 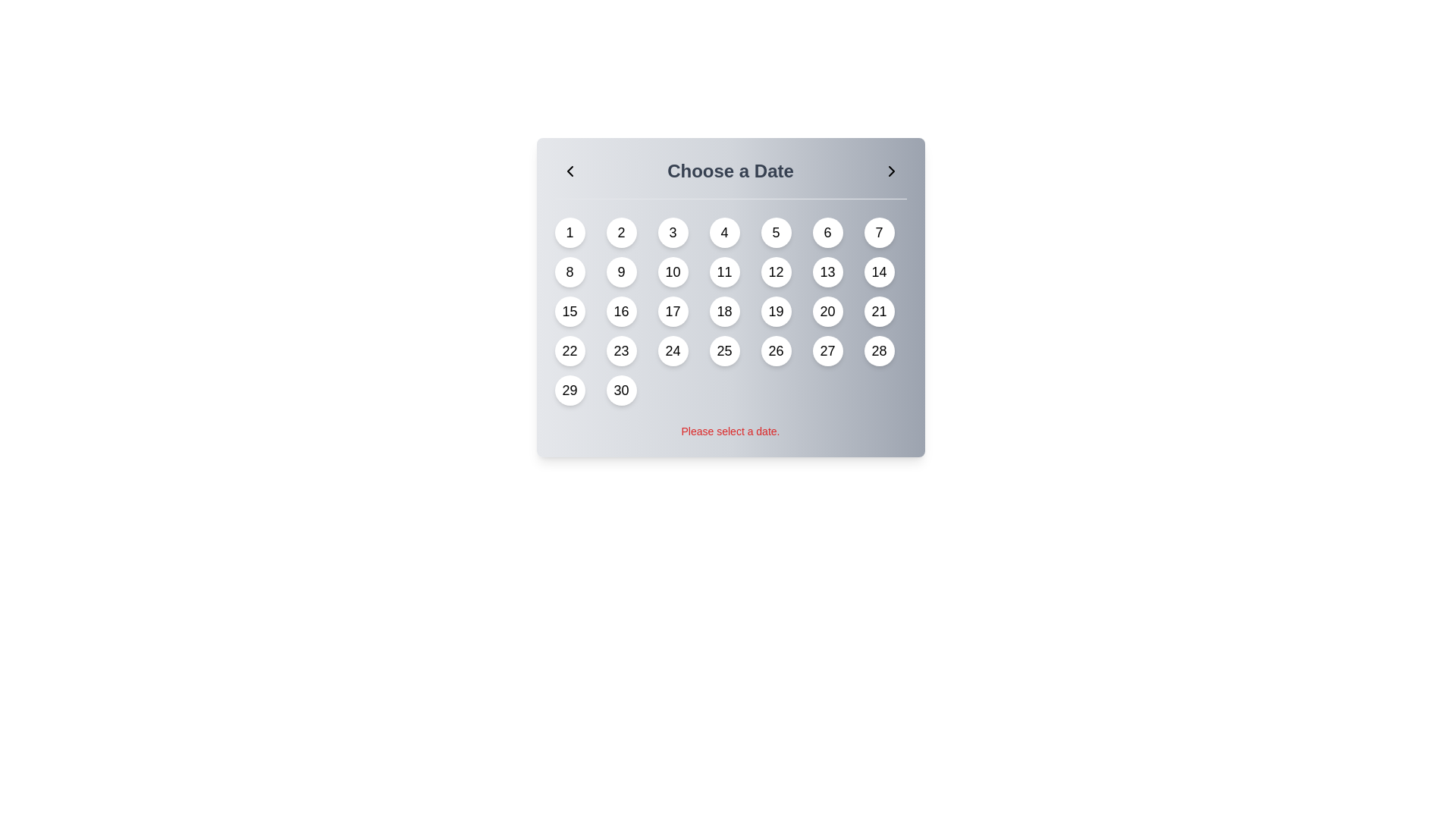 I want to click on the calendar button representing day '2', so click(x=621, y=233).